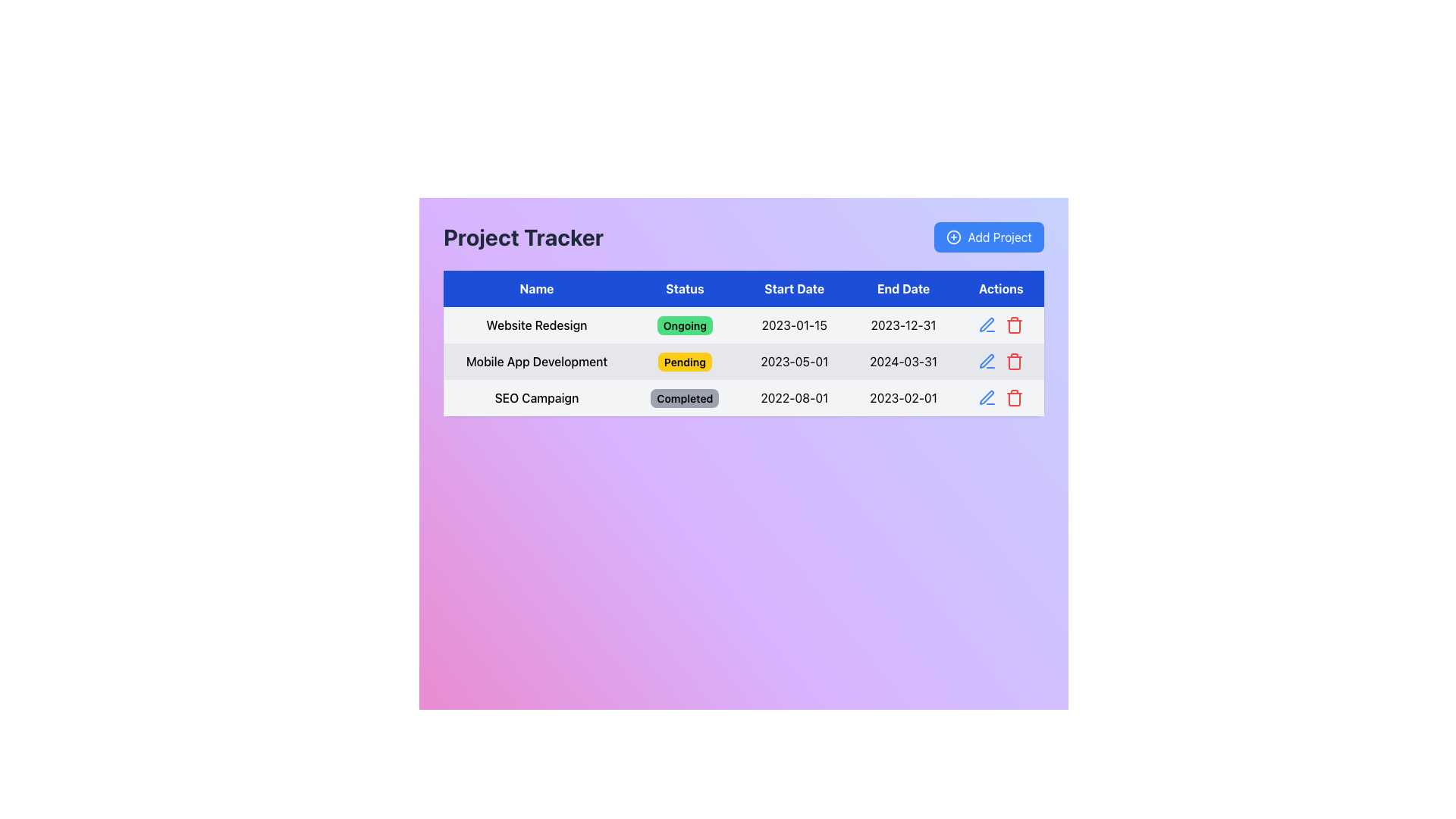 The height and width of the screenshot is (819, 1456). What do you see at coordinates (536, 362) in the screenshot?
I see `the text label 'Mobile App Development' located in the second row of the project tracking table under the 'Name' column` at bounding box center [536, 362].